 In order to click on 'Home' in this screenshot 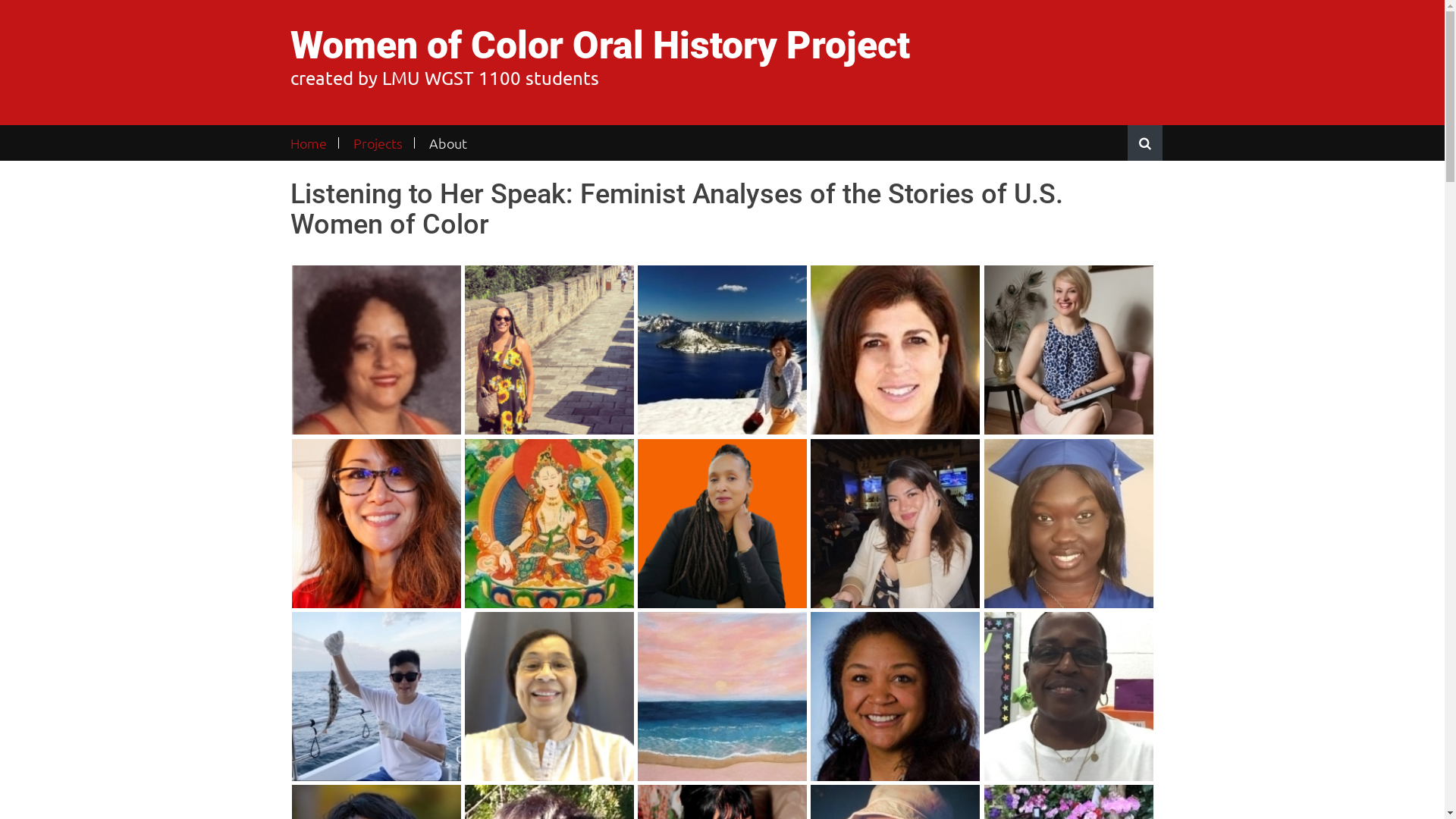, I will do `click(312, 143)`.